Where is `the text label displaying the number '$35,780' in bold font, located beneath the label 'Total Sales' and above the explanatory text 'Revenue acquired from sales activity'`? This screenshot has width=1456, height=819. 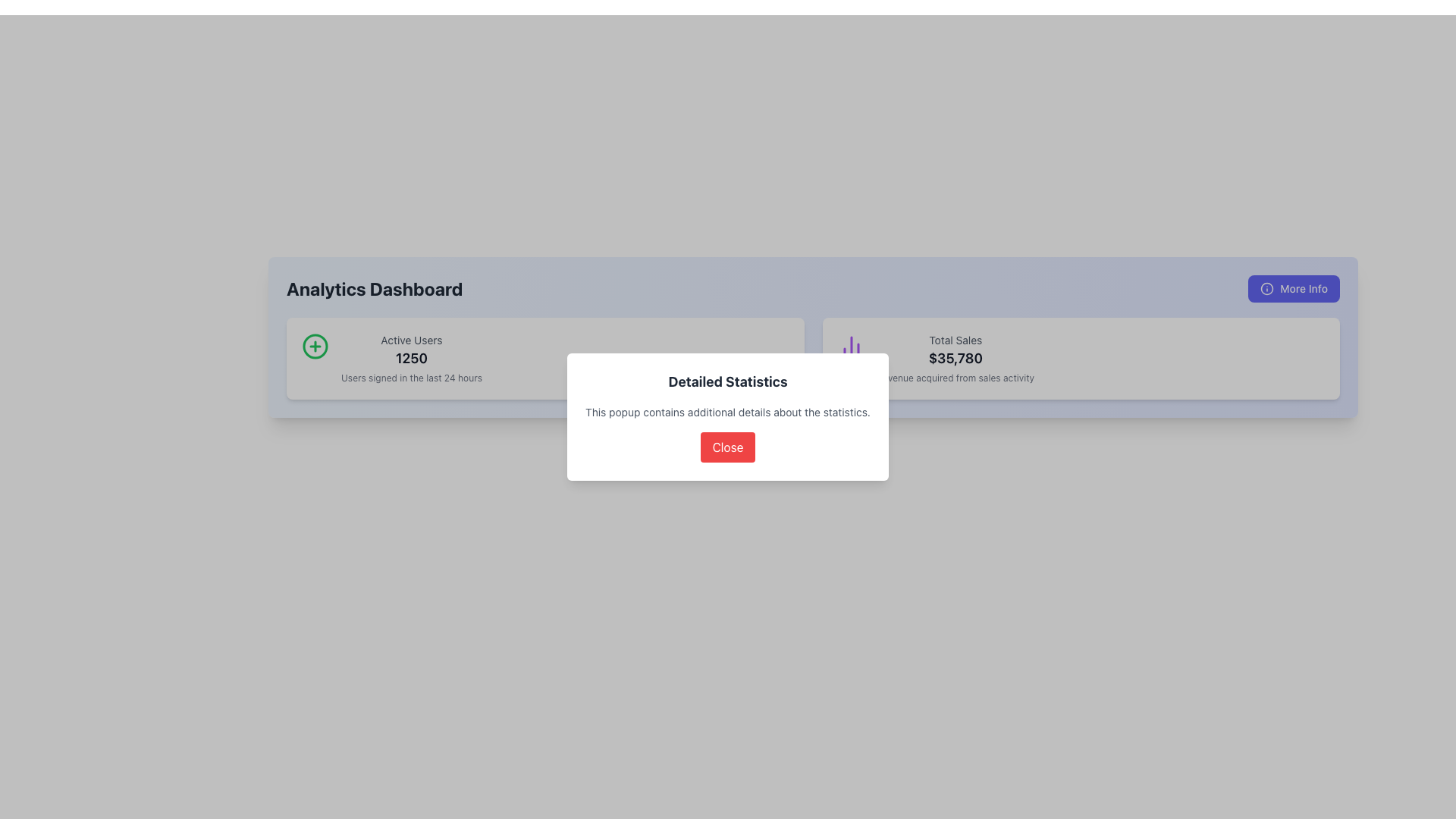
the text label displaying the number '$35,780' in bold font, located beneath the label 'Total Sales' and above the explanatory text 'Revenue acquired from sales activity' is located at coordinates (955, 359).